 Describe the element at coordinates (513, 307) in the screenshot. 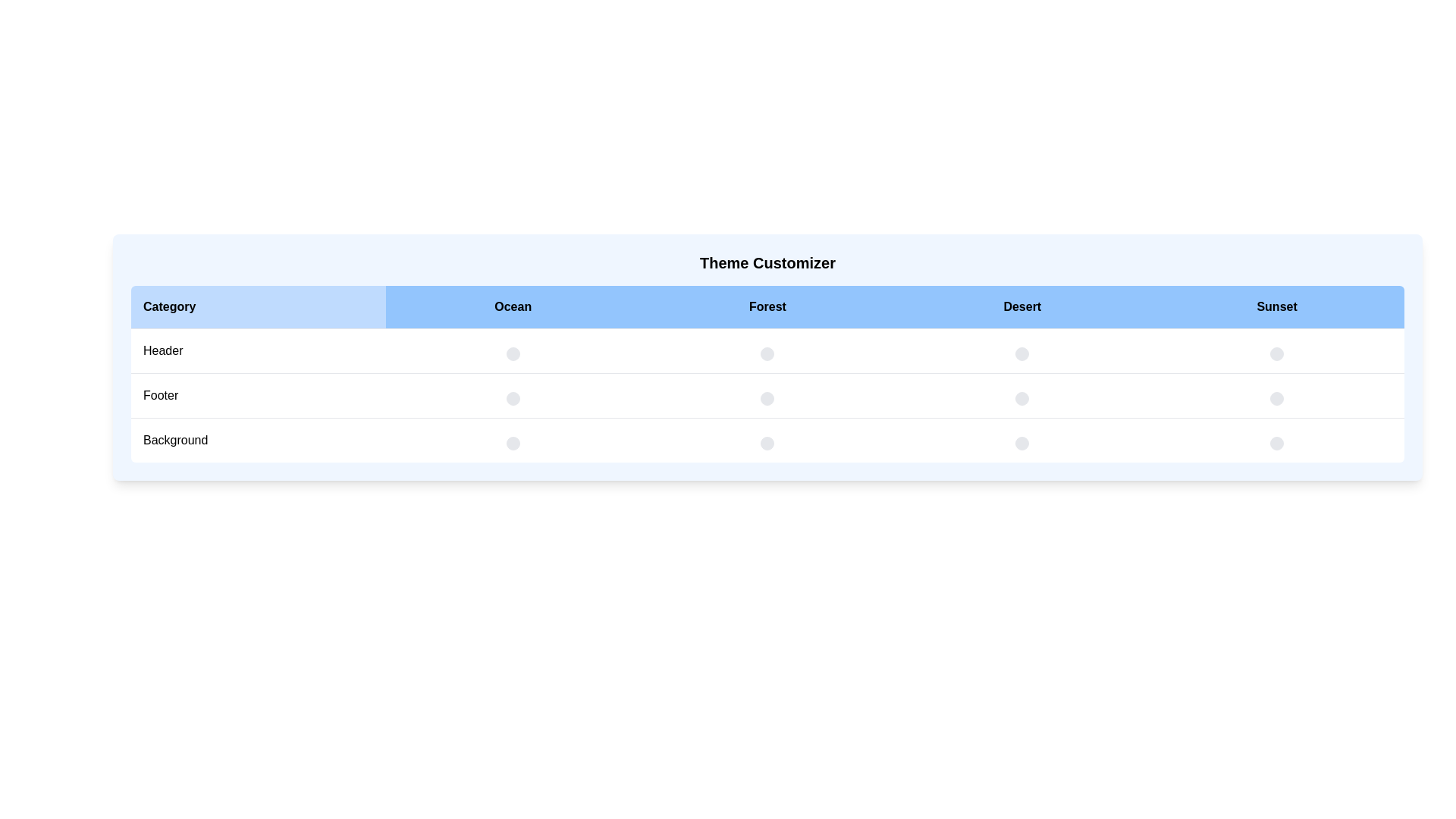

I see `the 'Ocean' tab, which is a rectangular area with a light blue background and centered black text, positioned between the 'Category' and 'Forest' elements` at that location.